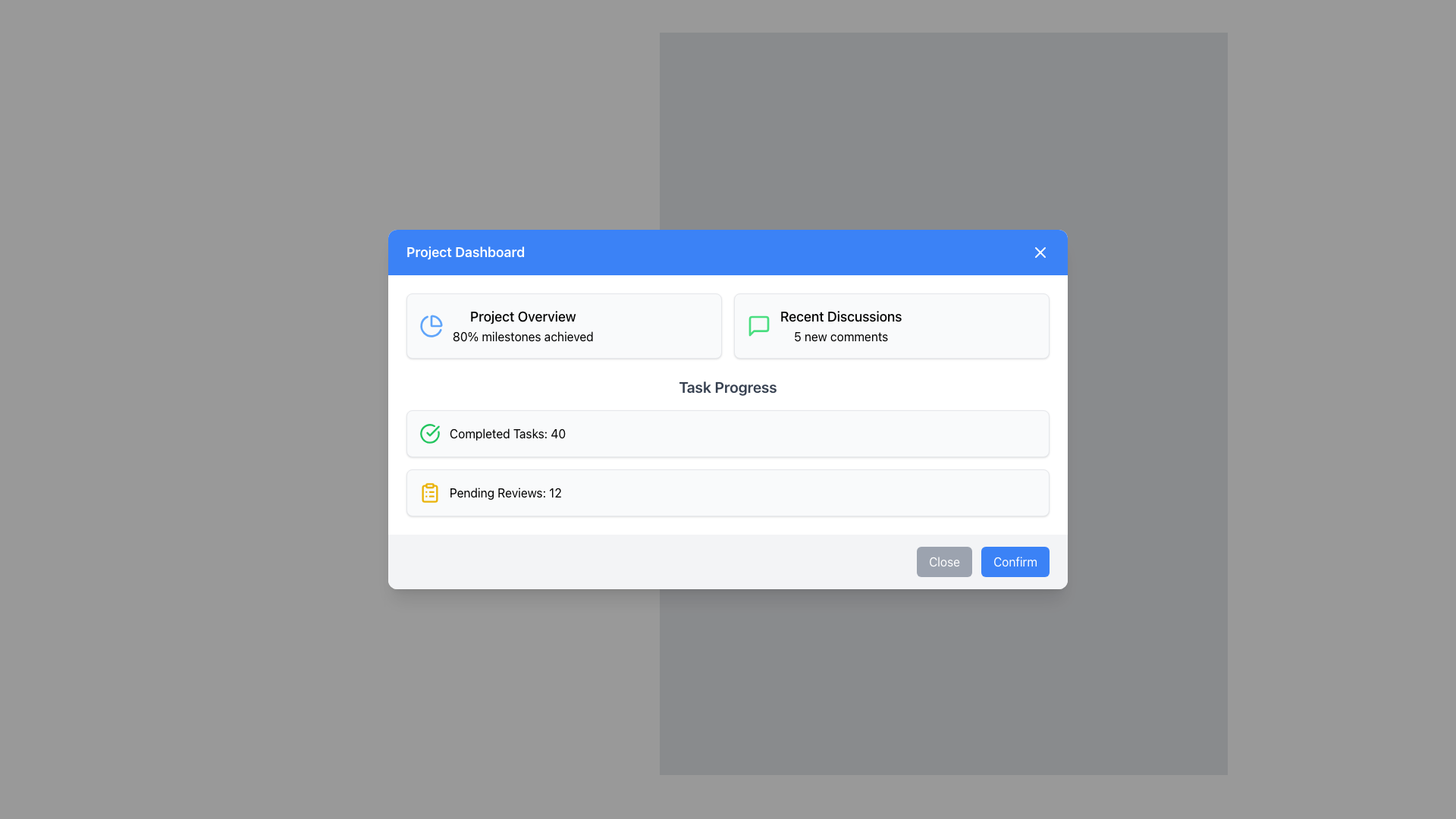  What do you see at coordinates (759, 325) in the screenshot?
I see `the speech bubble icon with a green outline located to the left of the 'Recent Discussions' text in the upper-right box of the dialog` at bounding box center [759, 325].